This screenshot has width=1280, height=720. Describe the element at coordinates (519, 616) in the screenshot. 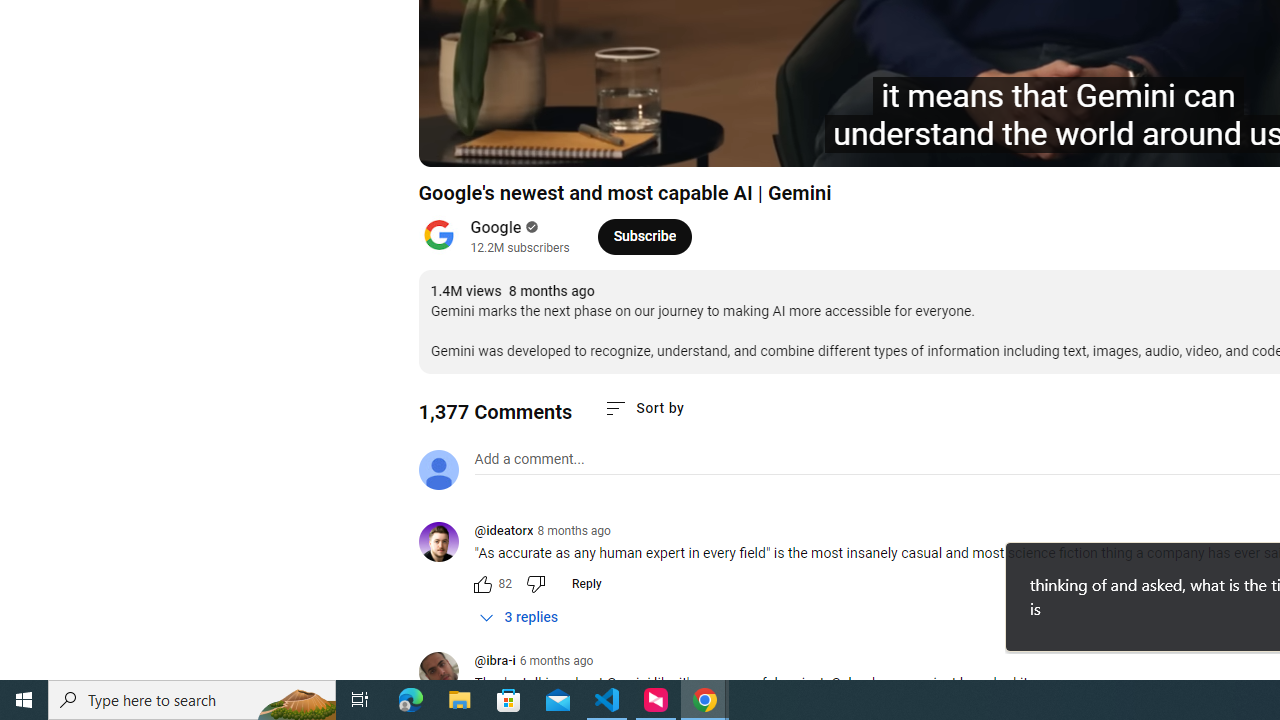

I see `'3 replies'` at that location.